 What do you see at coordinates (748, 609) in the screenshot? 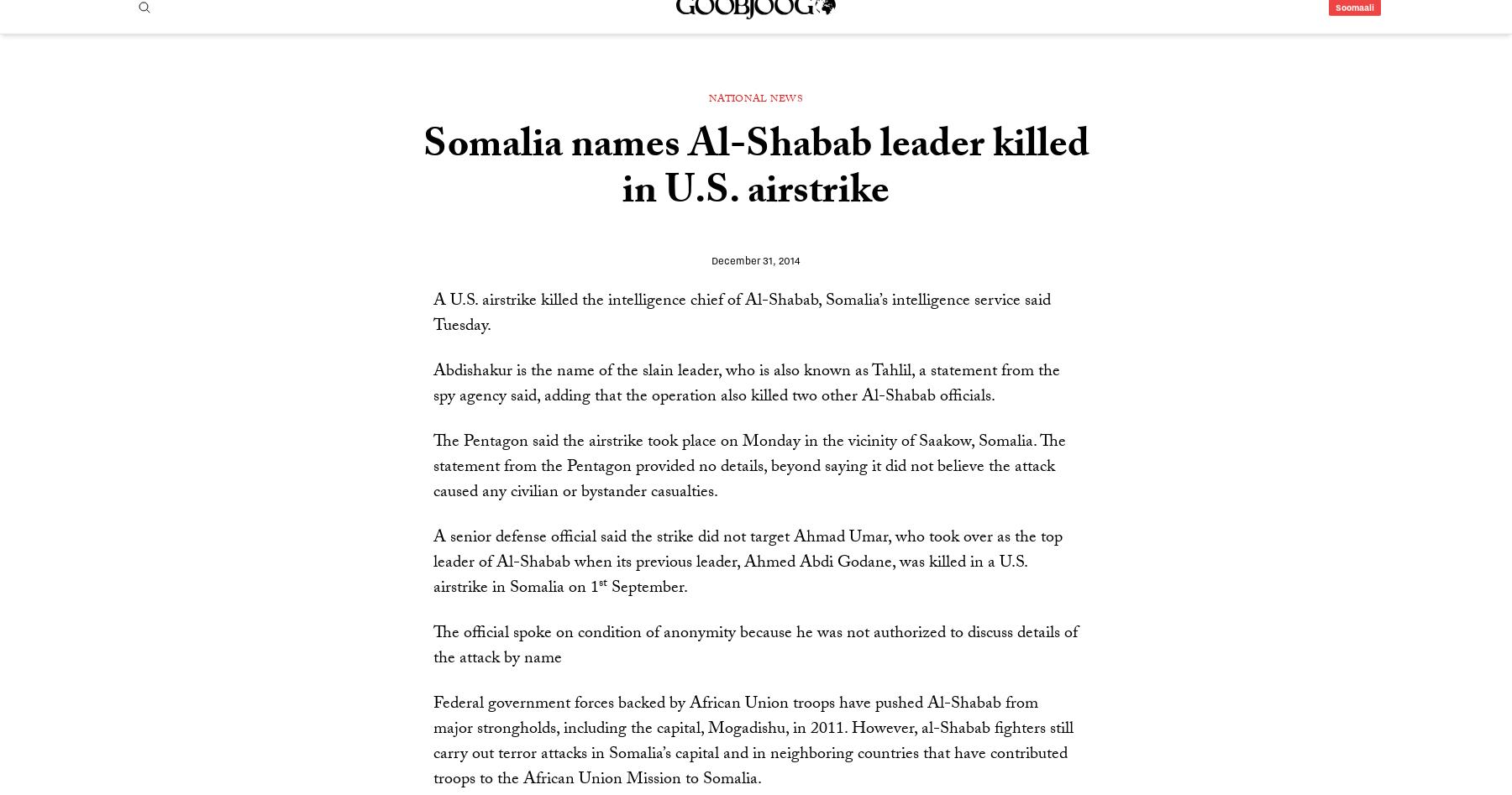
I see `'A senior defense official said the strike did not target Ahmad Umar, who took over as the top leader of Al-Shabab when its previous leader, Ahmed Abdi Godane, was killed in a U.S. airstrike in Somalia on 1'` at bounding box center [748, 609].